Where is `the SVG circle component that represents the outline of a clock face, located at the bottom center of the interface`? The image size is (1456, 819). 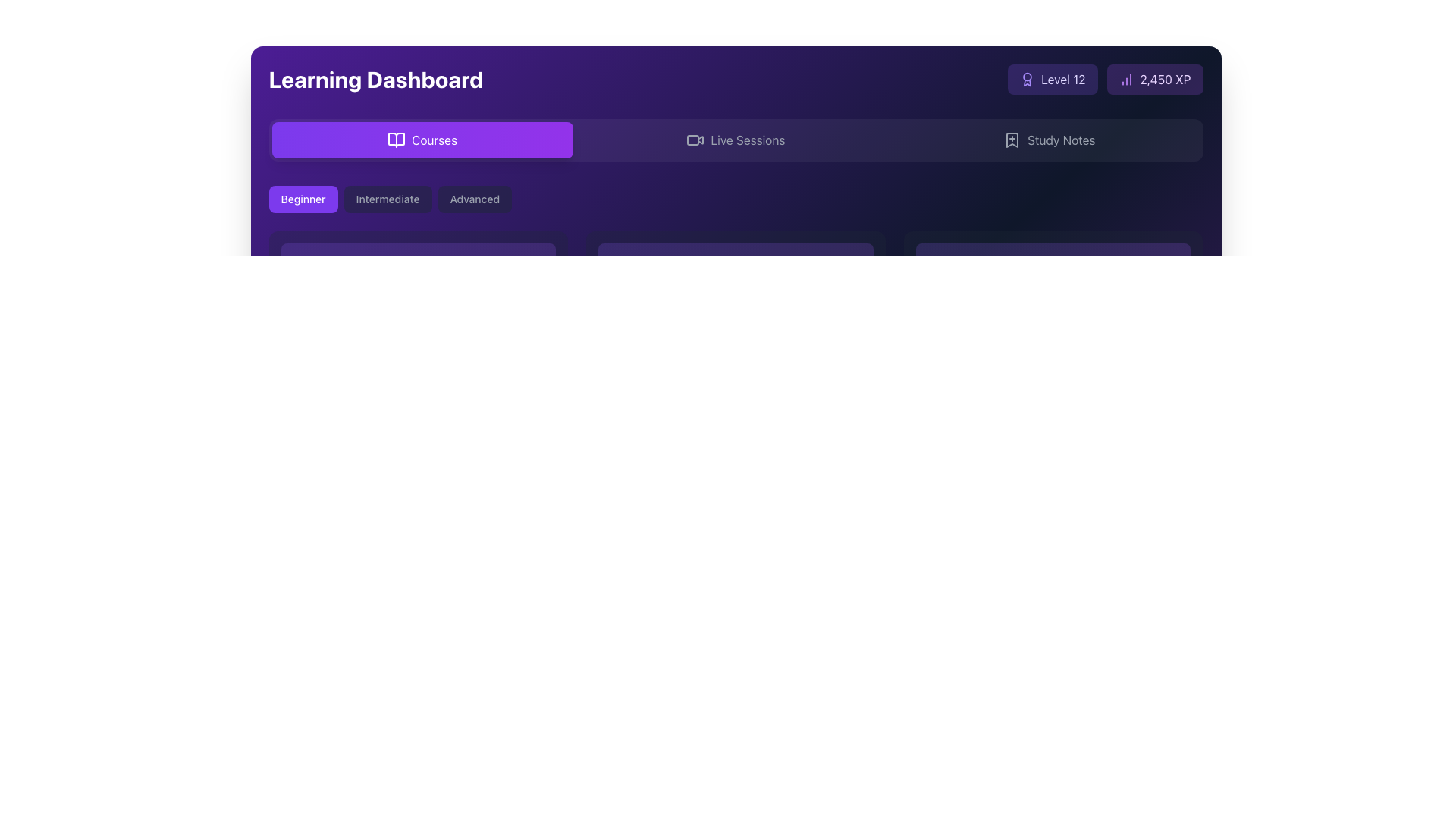 the SVG circle component that represents the outline of a clock face, located at the bottom center of the interface is located at coordinates (287, 767).